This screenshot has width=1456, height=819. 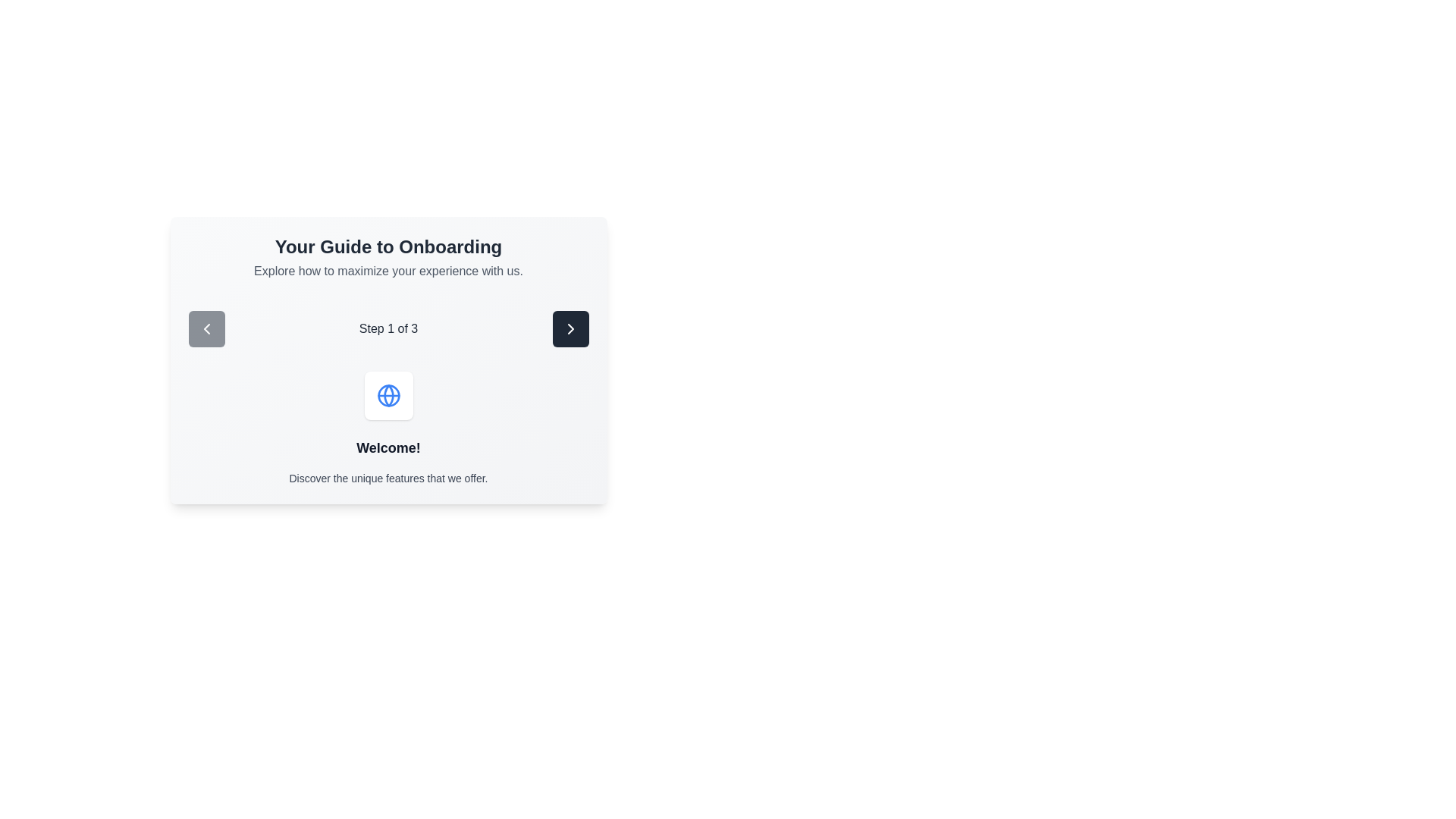 I want to click on the arrow icon located on the left side of the onboarding interface, so click(x=206, y=328).